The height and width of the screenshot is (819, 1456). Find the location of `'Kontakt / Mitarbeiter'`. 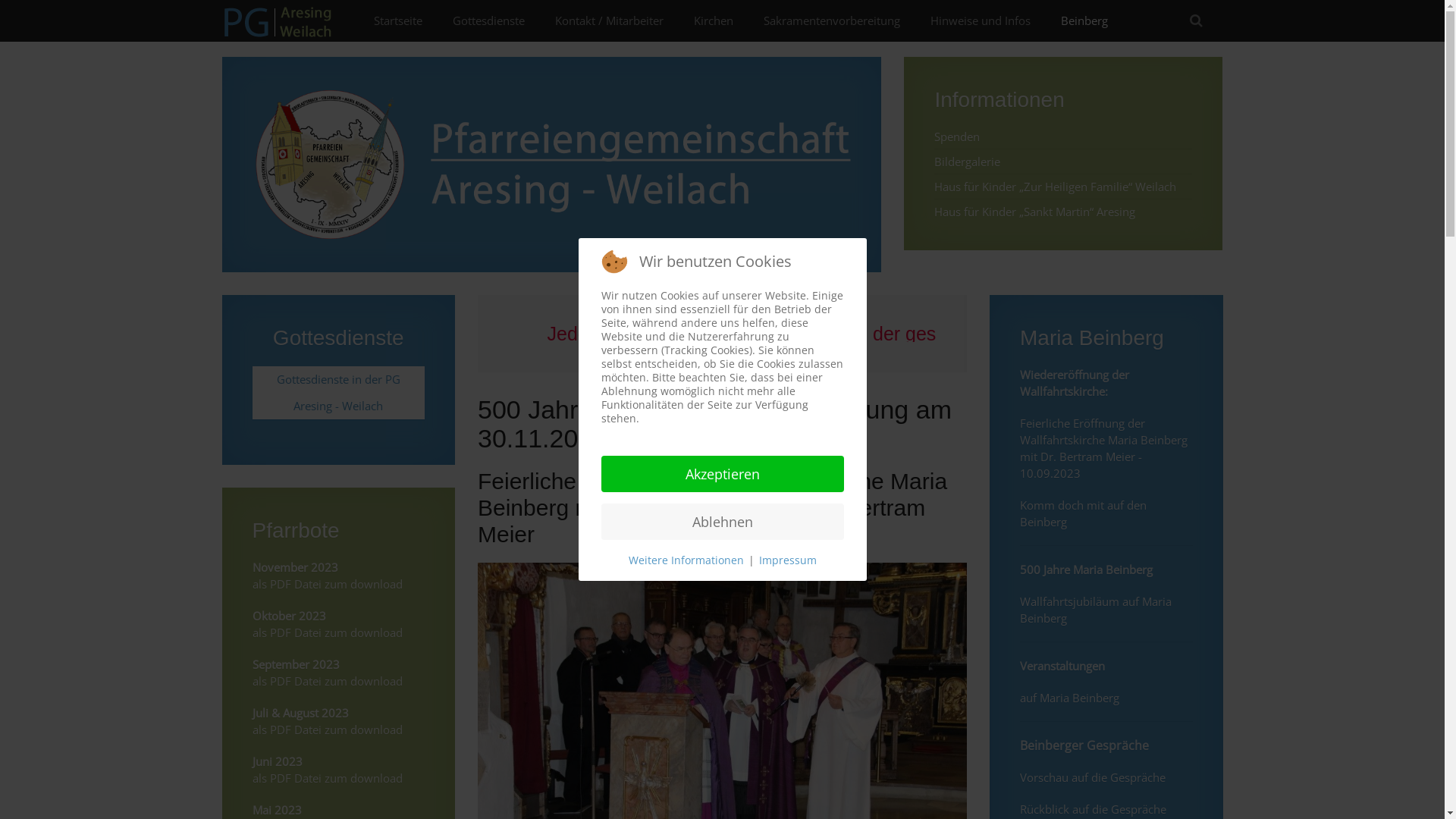

'Kontakt / Mitarbeiter' is located at coordinates (609, 20).